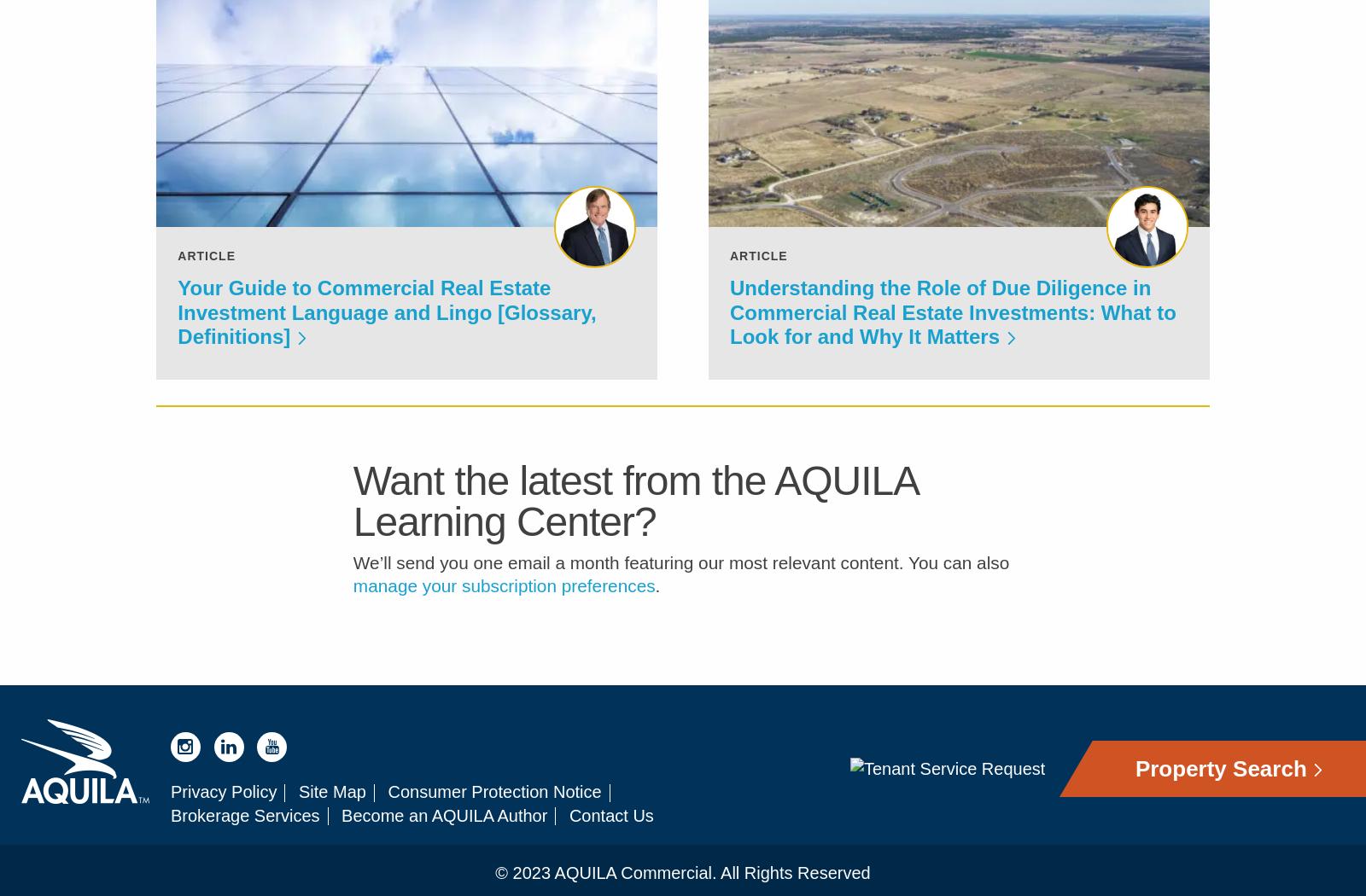  Describe the element at coordinates (634, 512) in the screenshot. I see `'Want the latest from the AQUILA Learning Center?'` at that location.